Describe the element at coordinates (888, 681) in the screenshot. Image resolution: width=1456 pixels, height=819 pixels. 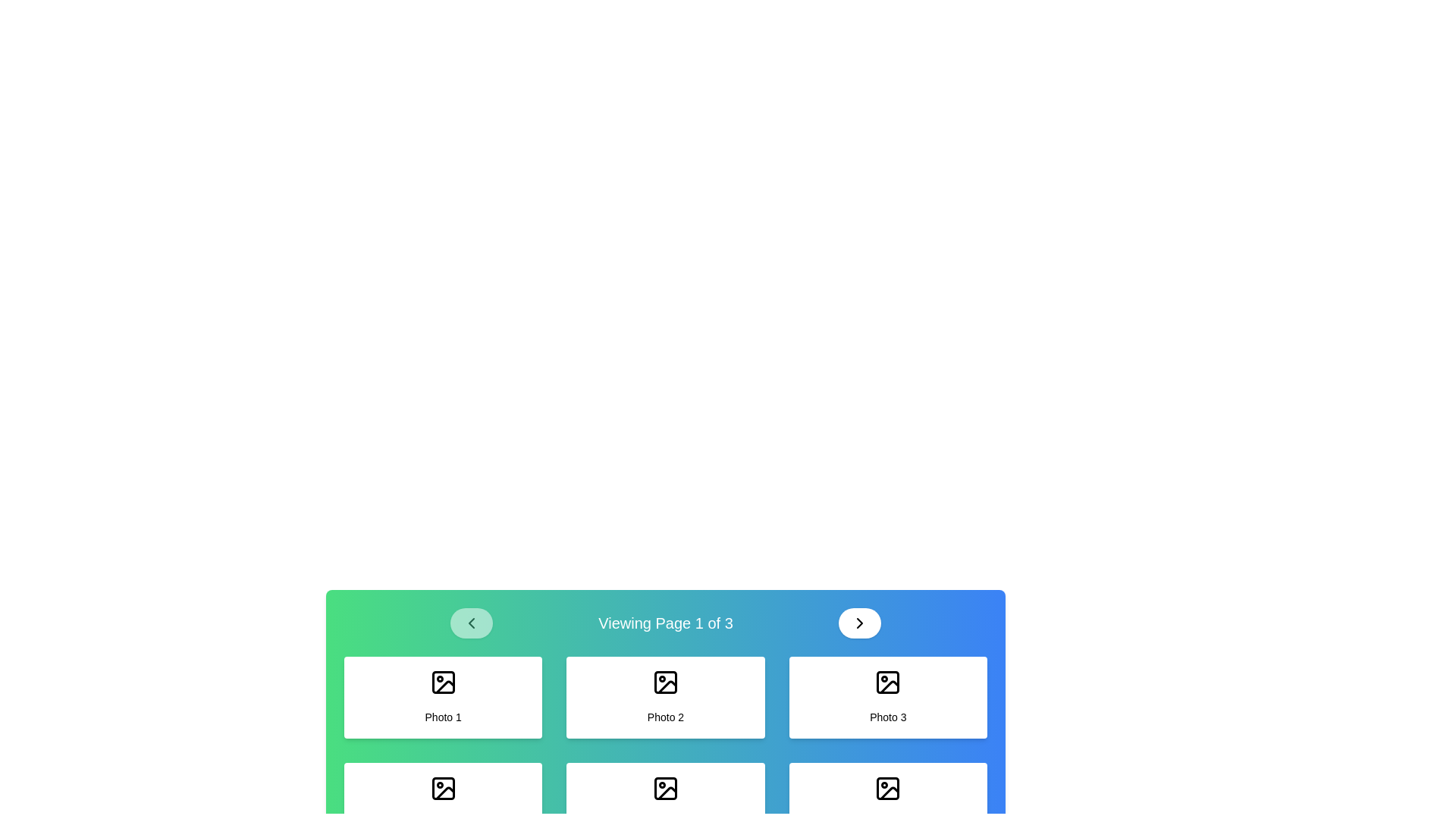
I see `the decorative icon representing an image at the top of the white card labeled 'Photo 3', which is the rightmost card in a horizontally aligned set of three cards` at that location.